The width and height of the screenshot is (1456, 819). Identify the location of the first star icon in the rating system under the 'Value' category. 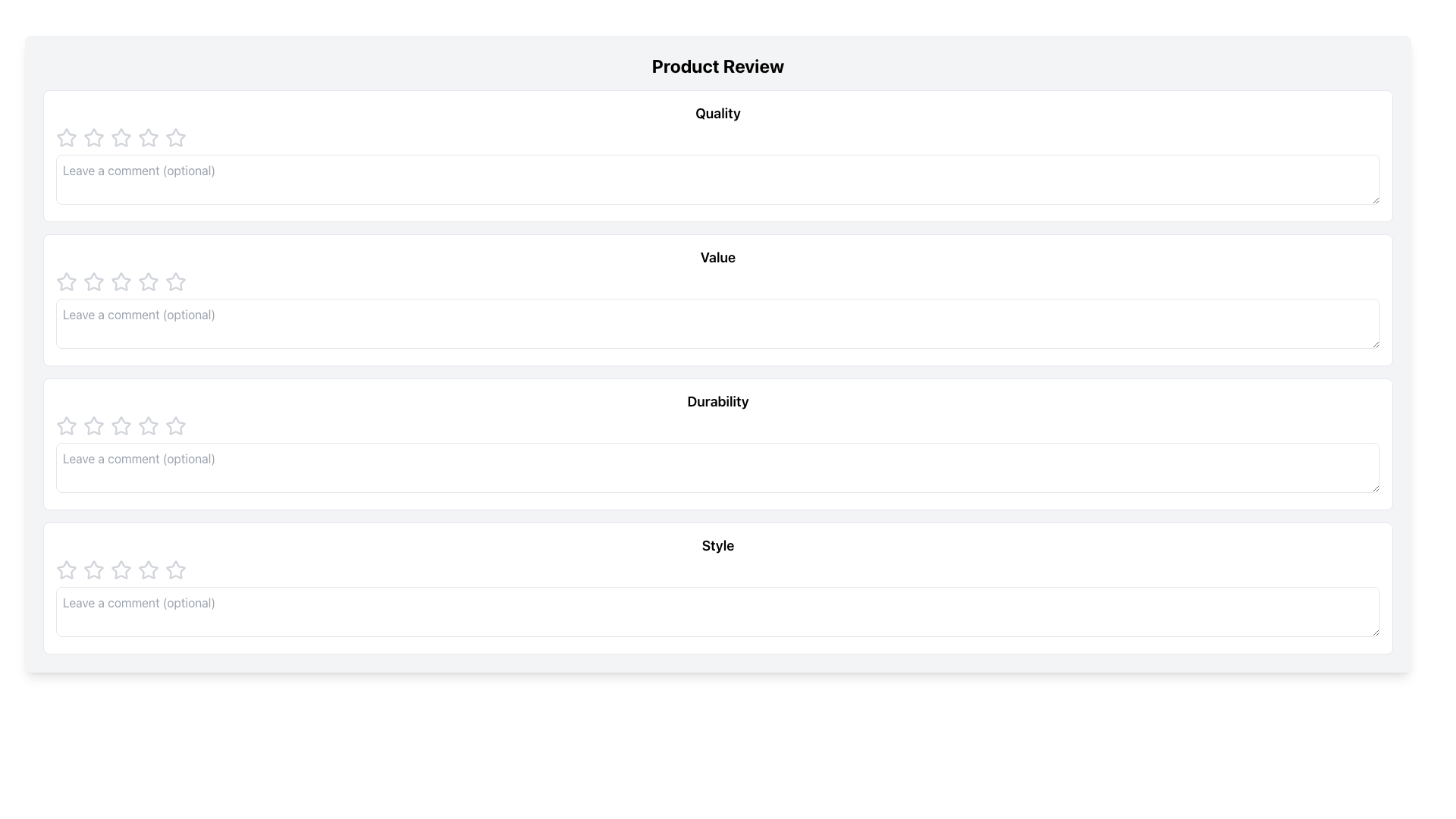
(65, 281).